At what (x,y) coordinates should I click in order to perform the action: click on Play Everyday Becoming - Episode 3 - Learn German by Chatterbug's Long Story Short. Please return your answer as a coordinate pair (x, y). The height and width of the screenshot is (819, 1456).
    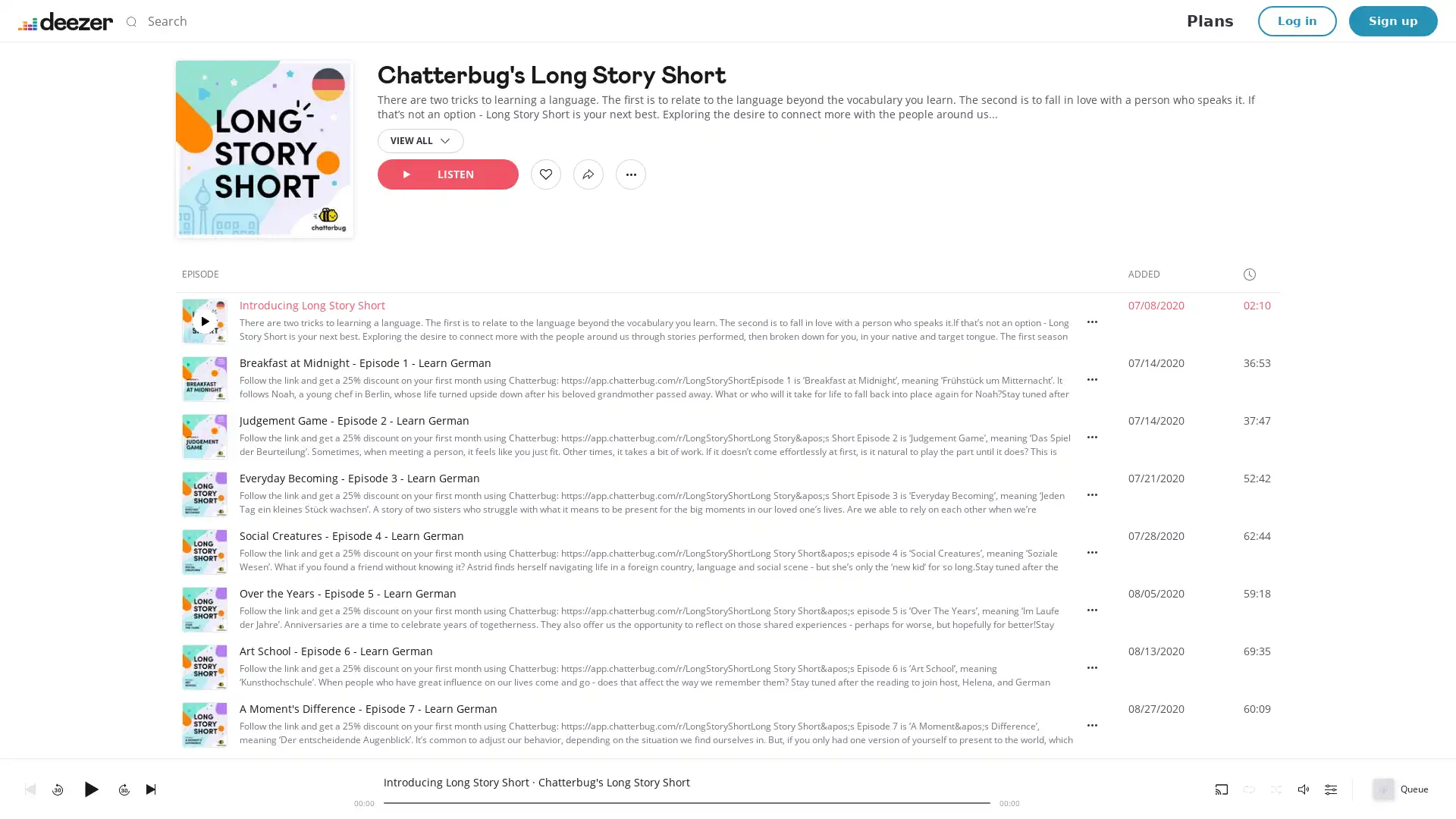
    Looking at the image, I should click on (203, 494).